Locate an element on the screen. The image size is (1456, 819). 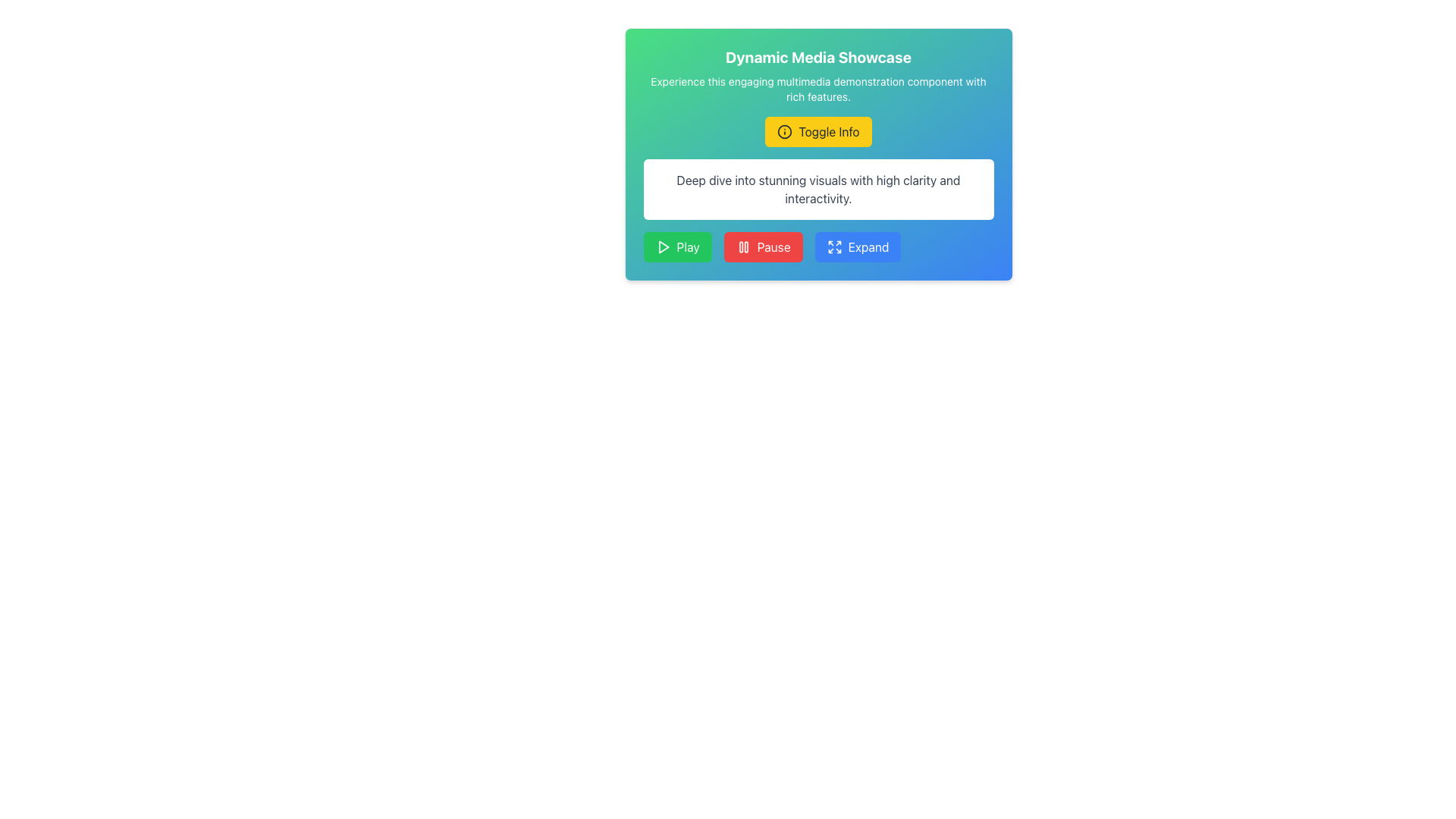
the triangular 'play' icon located within the green 'Play' button at the bottom left of the interface to initiate the play function is located at coordinates (663, 246).